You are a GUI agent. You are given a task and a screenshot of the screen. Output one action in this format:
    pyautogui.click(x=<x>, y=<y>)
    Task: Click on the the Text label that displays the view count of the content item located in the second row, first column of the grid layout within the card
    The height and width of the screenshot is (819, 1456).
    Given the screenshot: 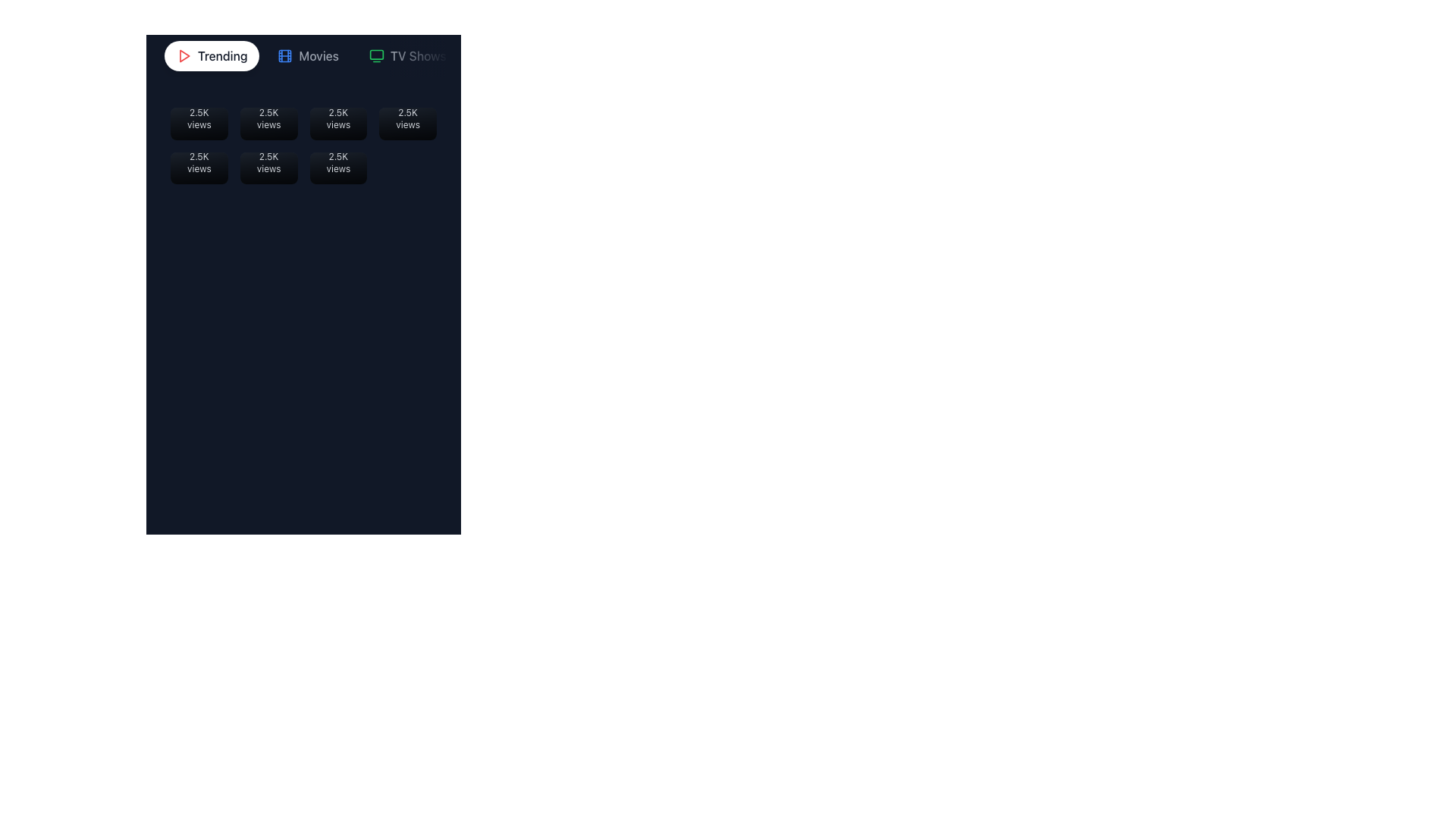 What is the action you would take?
    pyautogui.click(x=198, y=155)
    